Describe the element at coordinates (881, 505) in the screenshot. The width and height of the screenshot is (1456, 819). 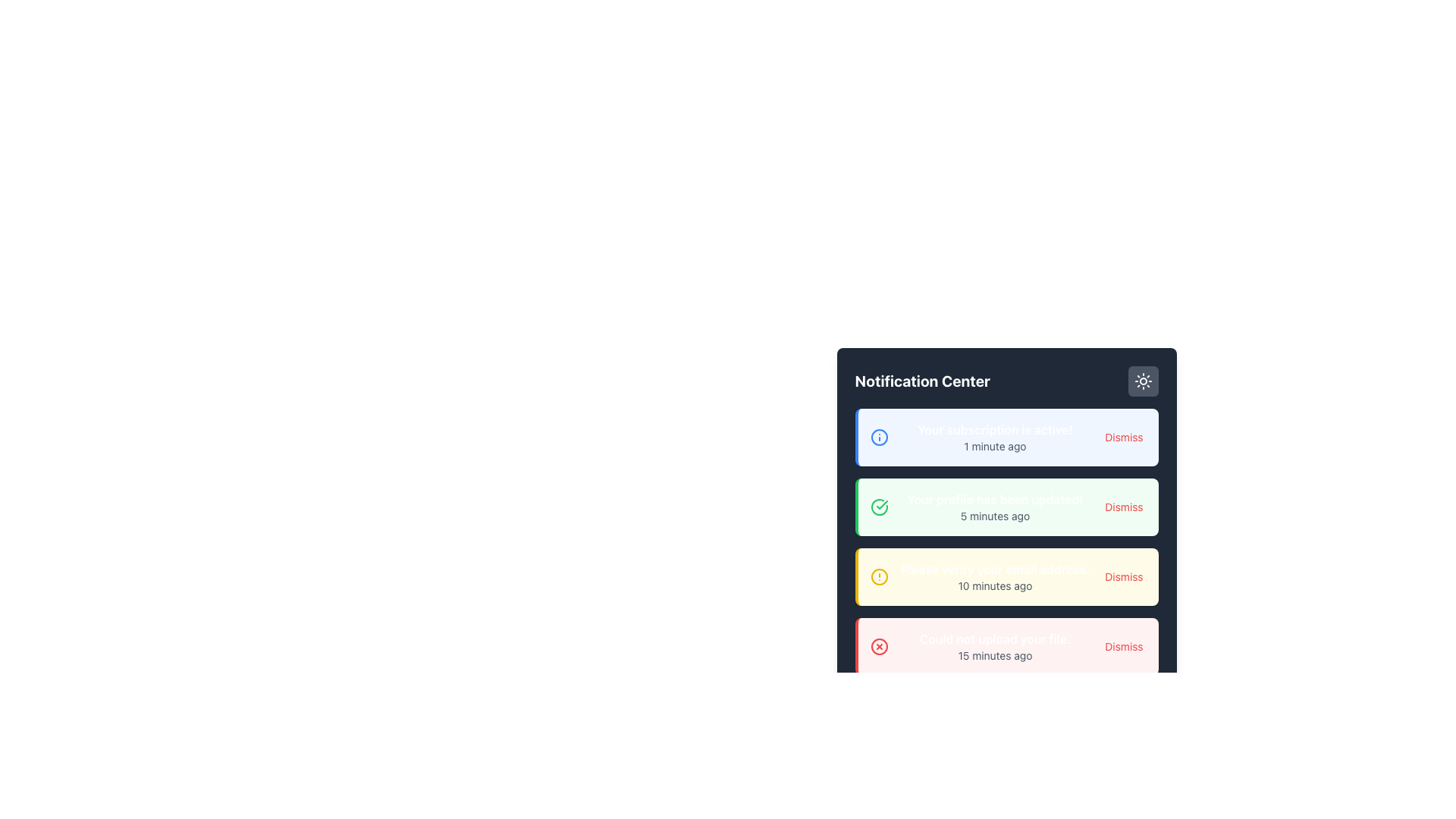
I see `the green checkmark SVG icon indicating successful status, located in the second card of the vertically stacked notification list in the notification center` at that location.